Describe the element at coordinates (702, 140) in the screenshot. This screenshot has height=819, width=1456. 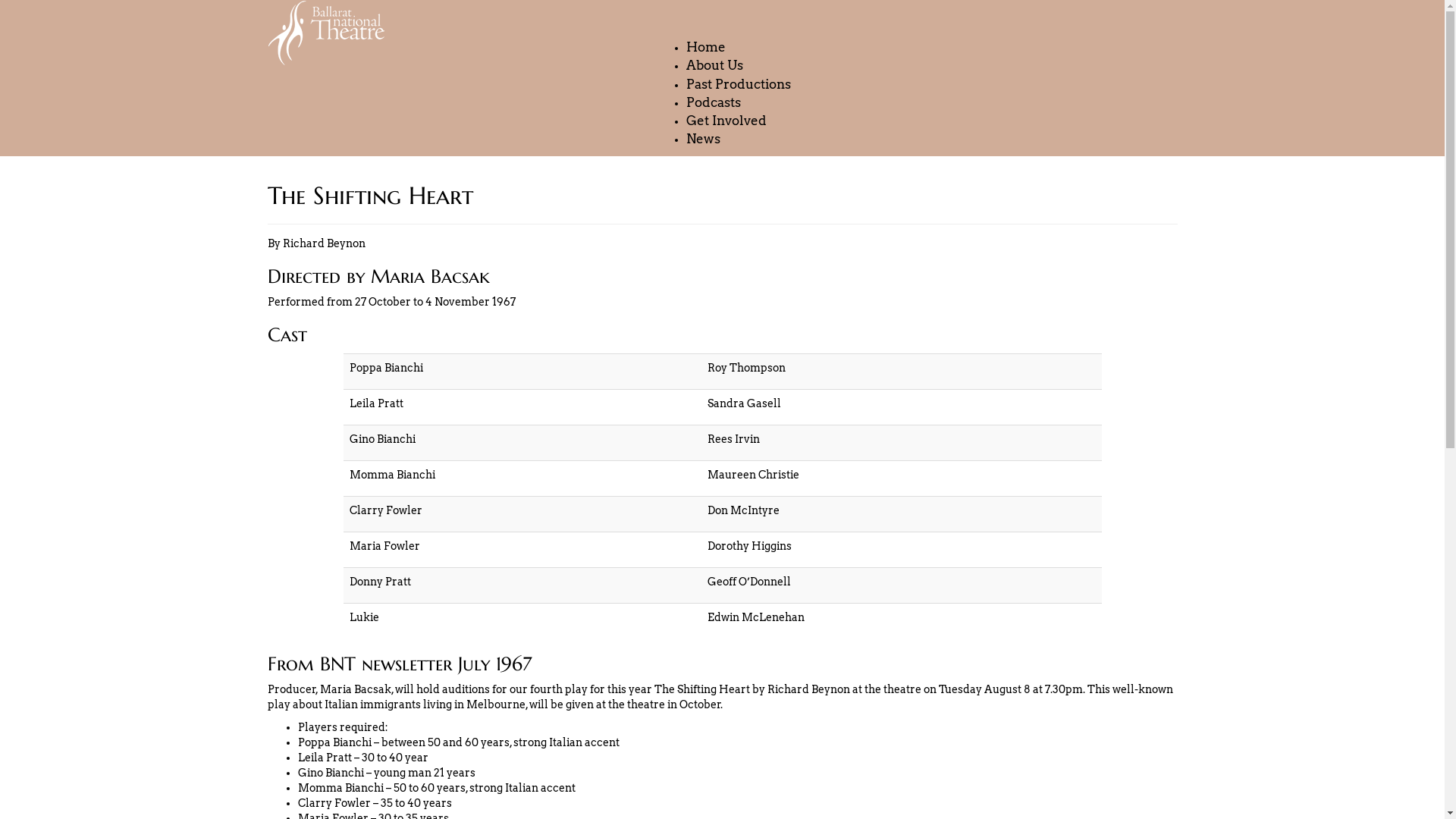
I see `'News'` at that location.